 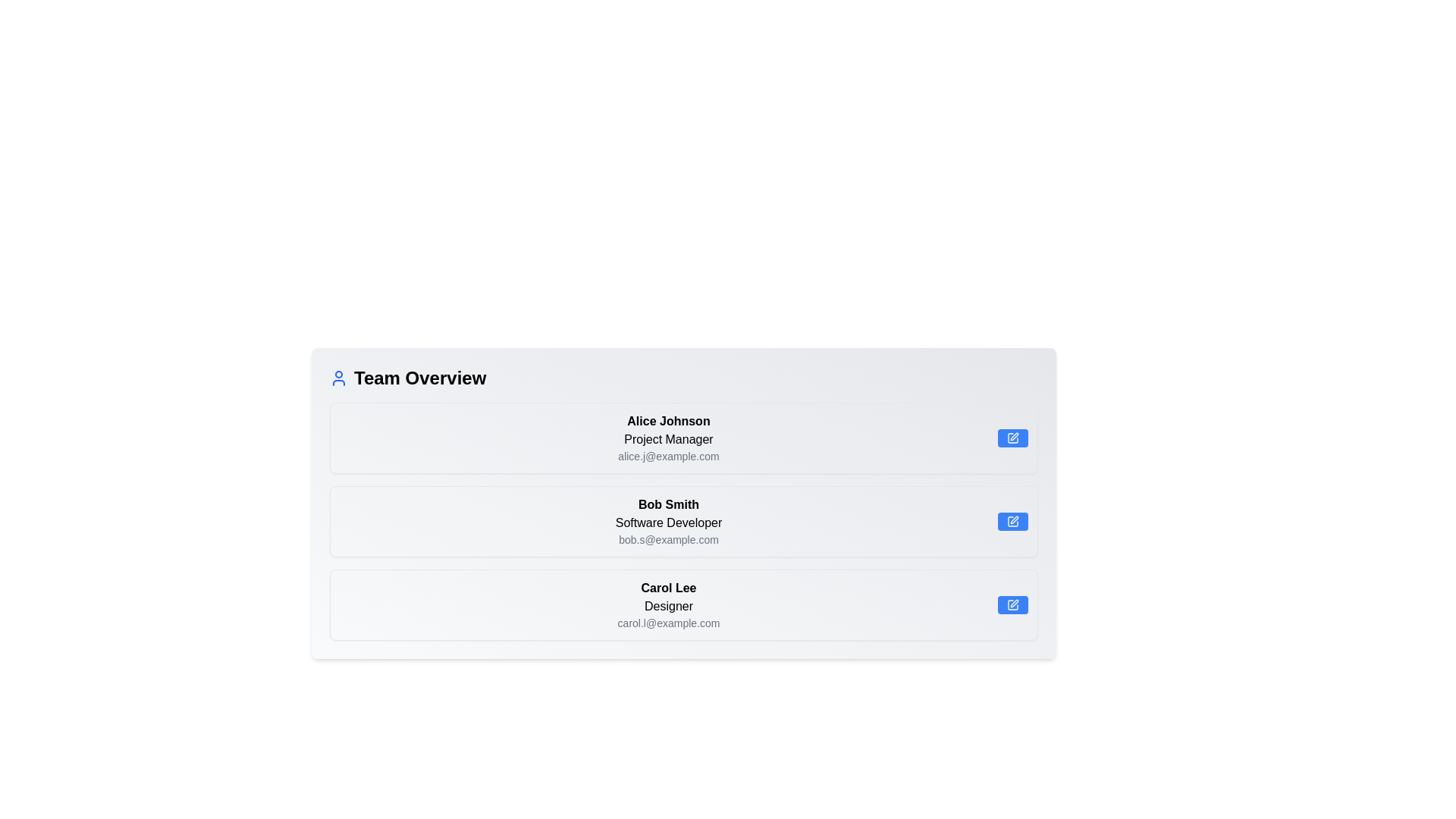 What do you see at coordinates (668, 439) in the screenshot?
I see `the second text label describing the role of 'Alice Johnson', which is positioned between 'Alice Johnson' and 'alice.j@example.com'` at bounding box center [668, 439].